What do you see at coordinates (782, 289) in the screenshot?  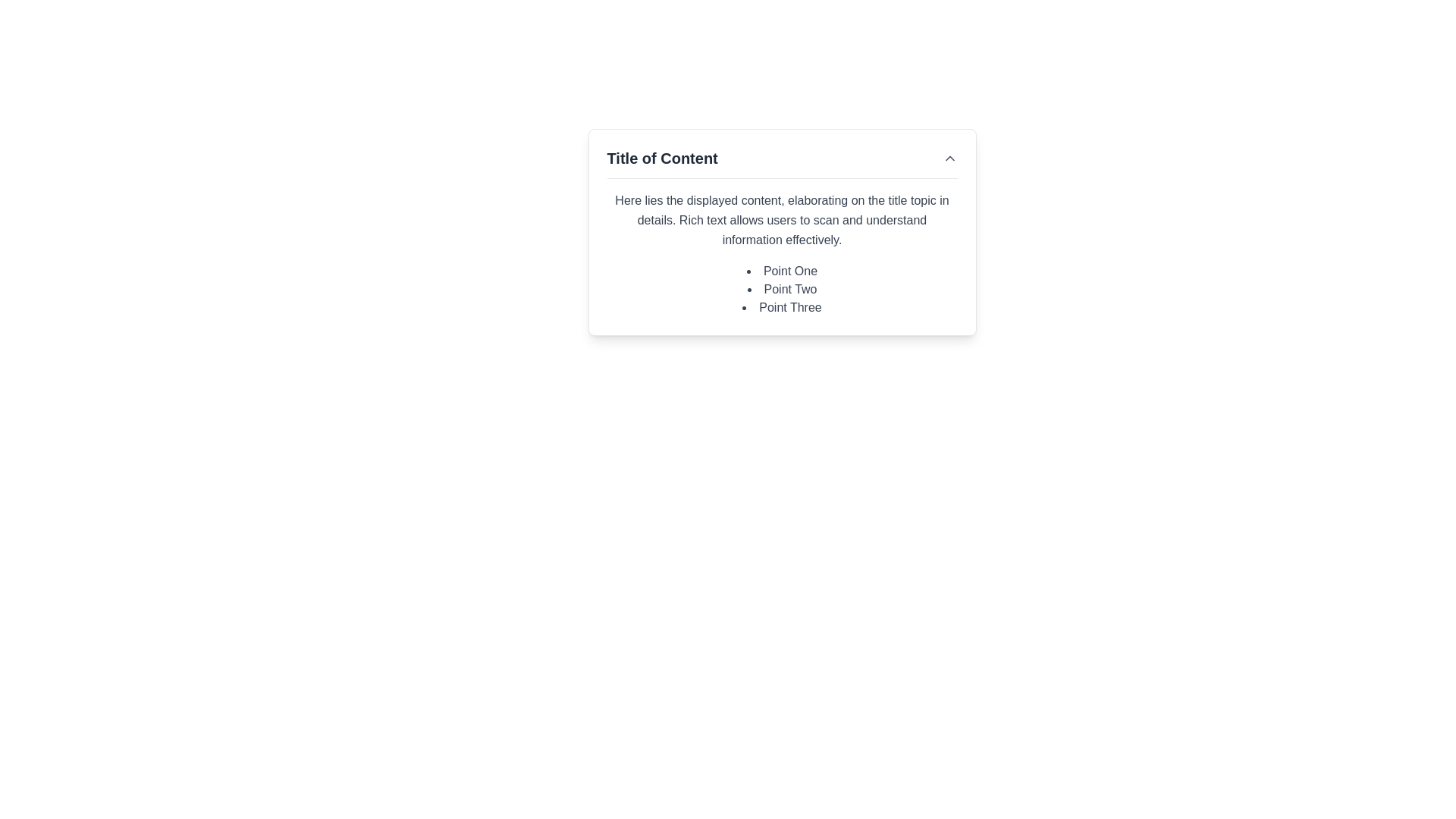 I see `the second item in the vertical list, which displays 'Point Two'` at bounding box center [782, 289].